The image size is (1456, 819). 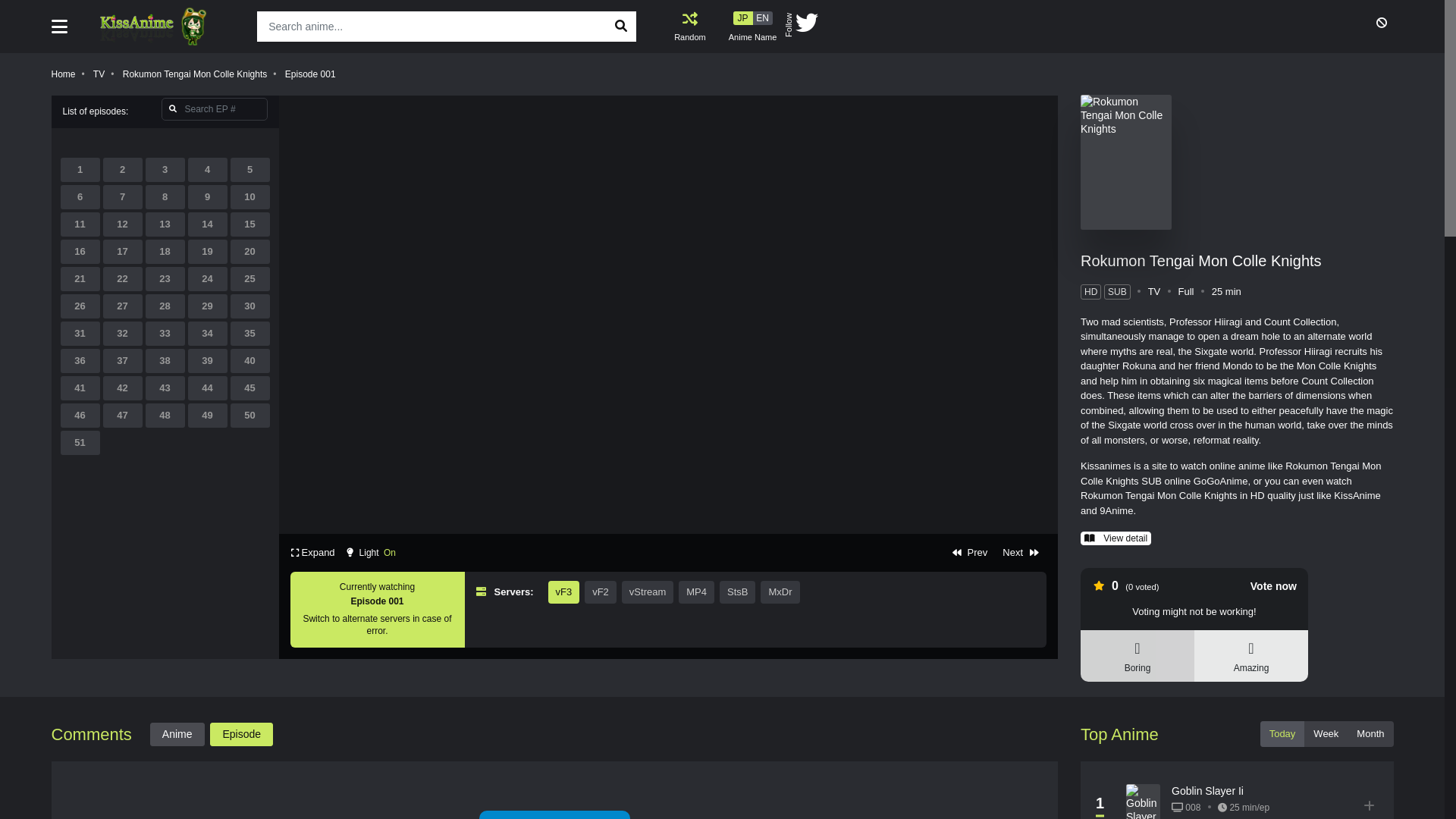 What do you see at coordinates (165, 306) in the screenshot?
I see `'28'` at bounding box center [165, 306].